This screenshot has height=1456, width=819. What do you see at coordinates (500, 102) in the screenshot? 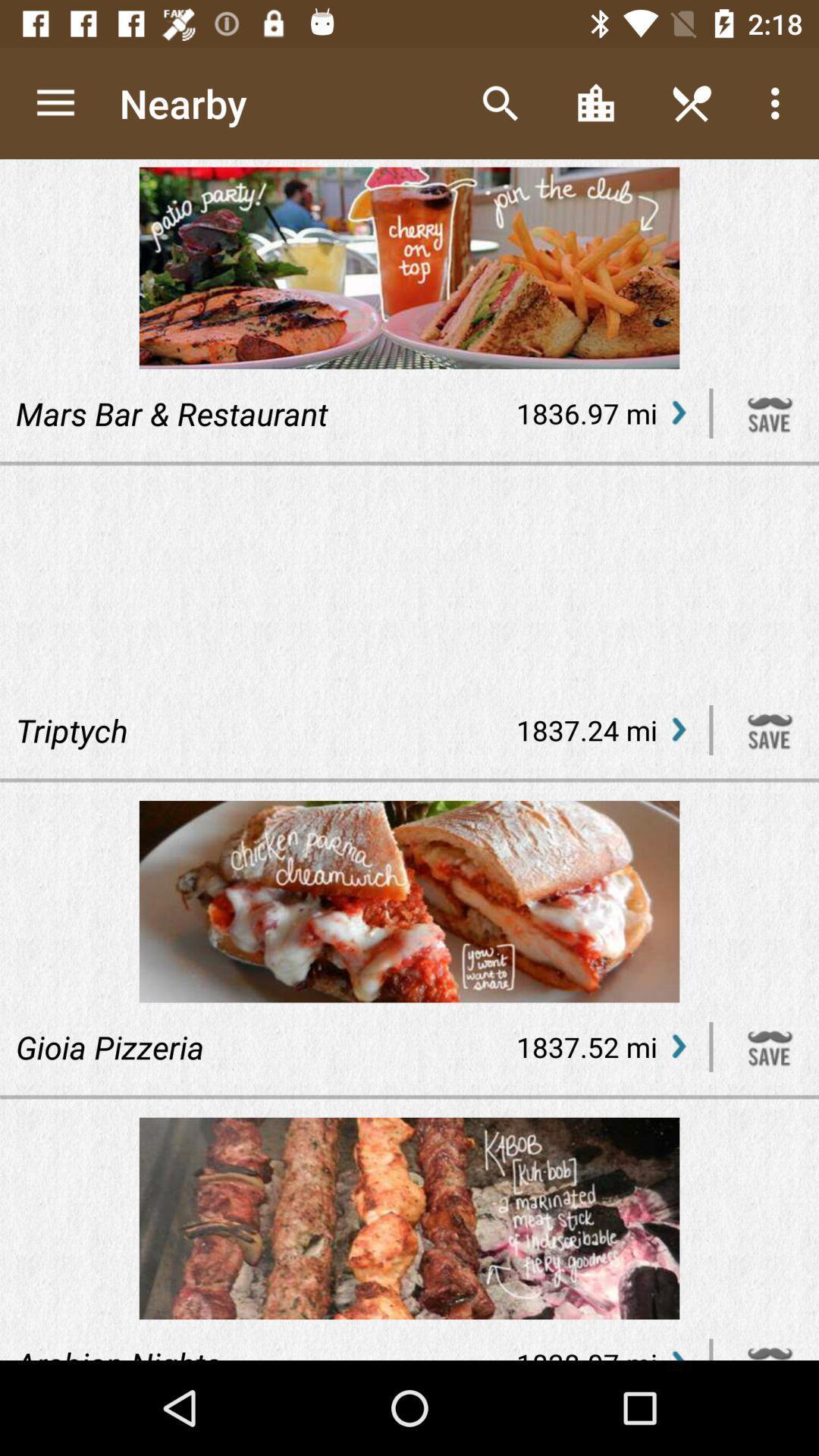
I see `the icon to the right of nearby app` at bounding box center [500, 102].